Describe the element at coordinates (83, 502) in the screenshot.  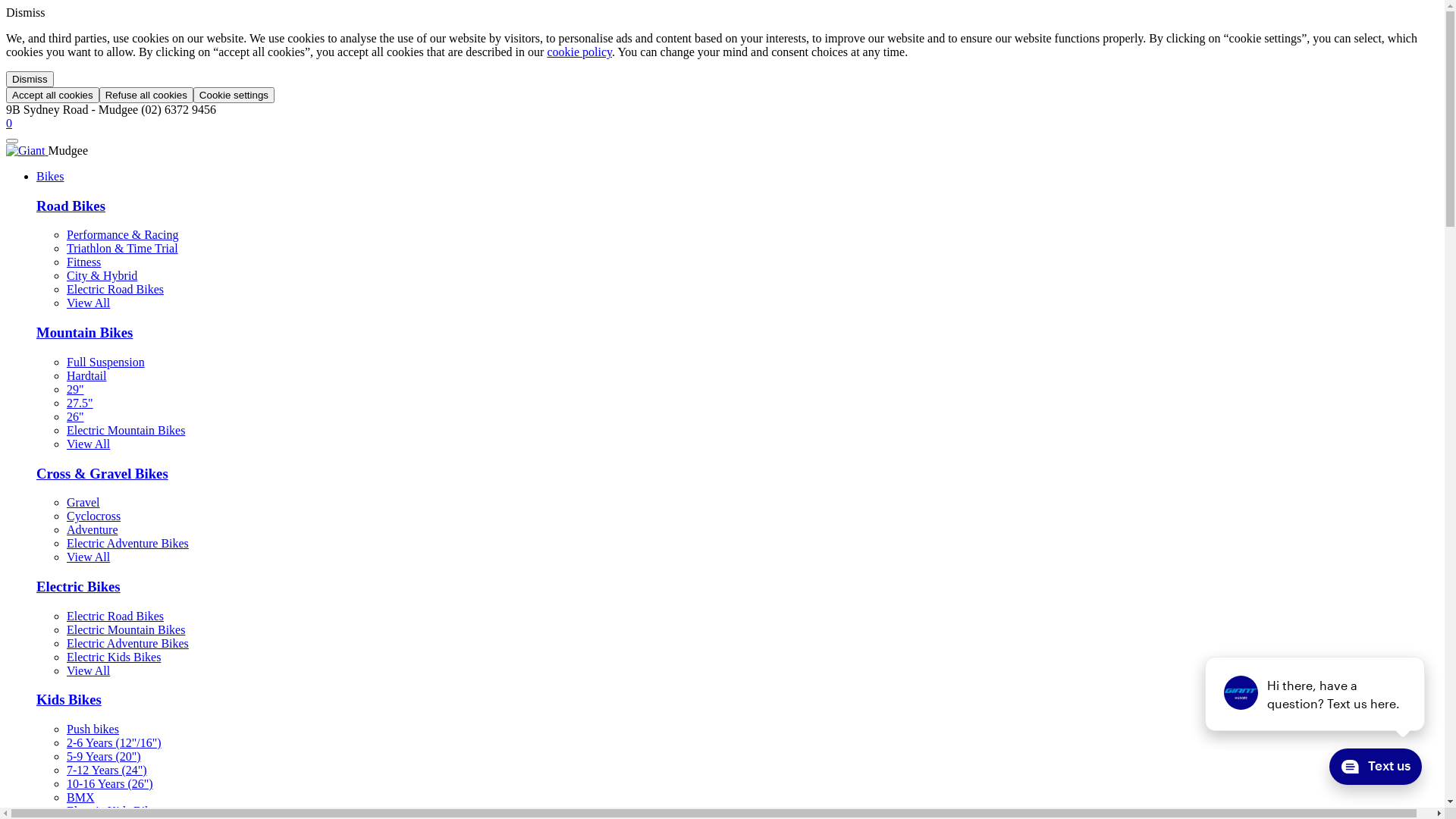
I see `'Gravel'` at that location.